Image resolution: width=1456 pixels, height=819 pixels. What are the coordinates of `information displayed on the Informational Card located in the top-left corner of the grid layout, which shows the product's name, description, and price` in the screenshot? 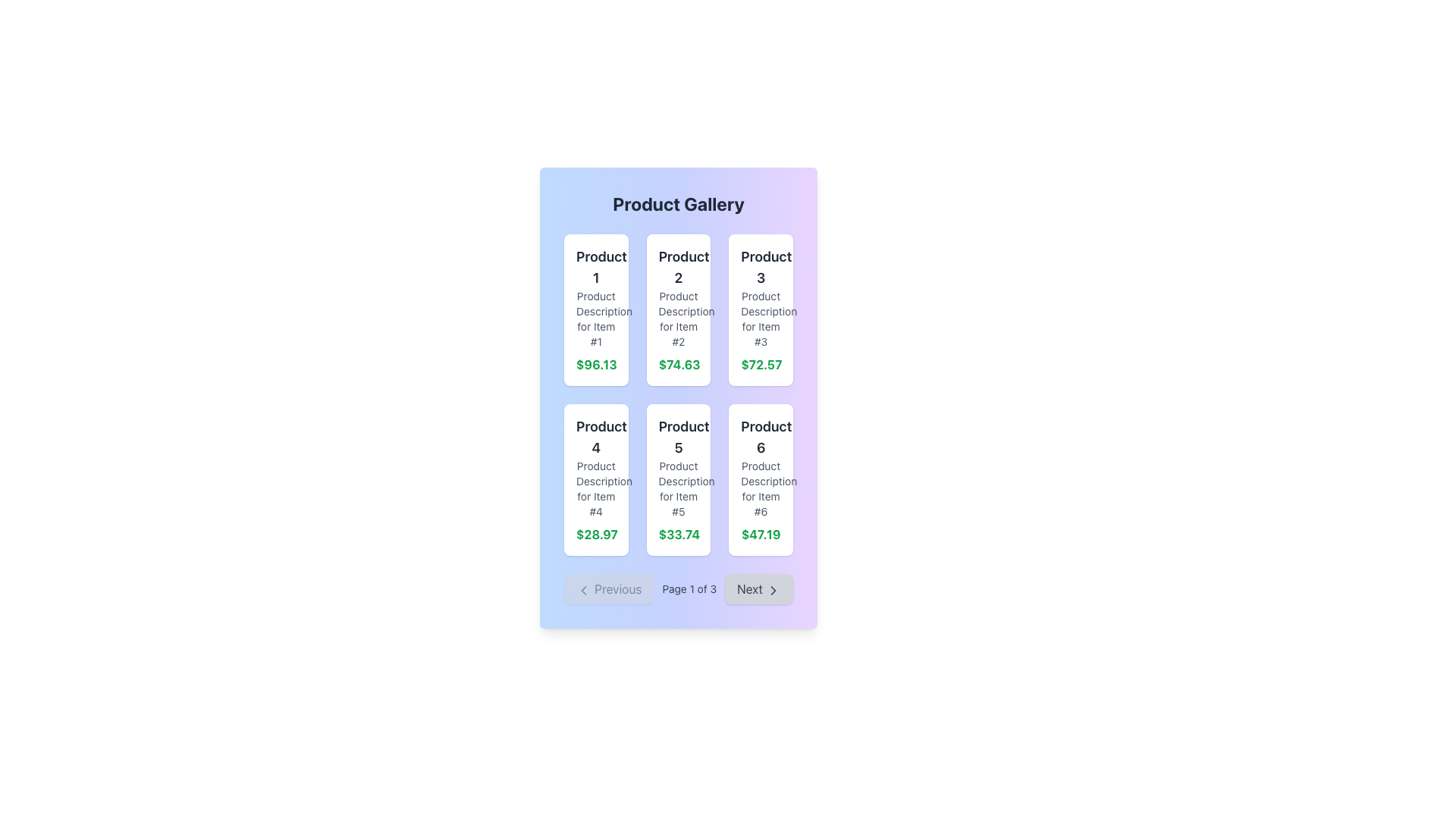 It's located at (595, 309).